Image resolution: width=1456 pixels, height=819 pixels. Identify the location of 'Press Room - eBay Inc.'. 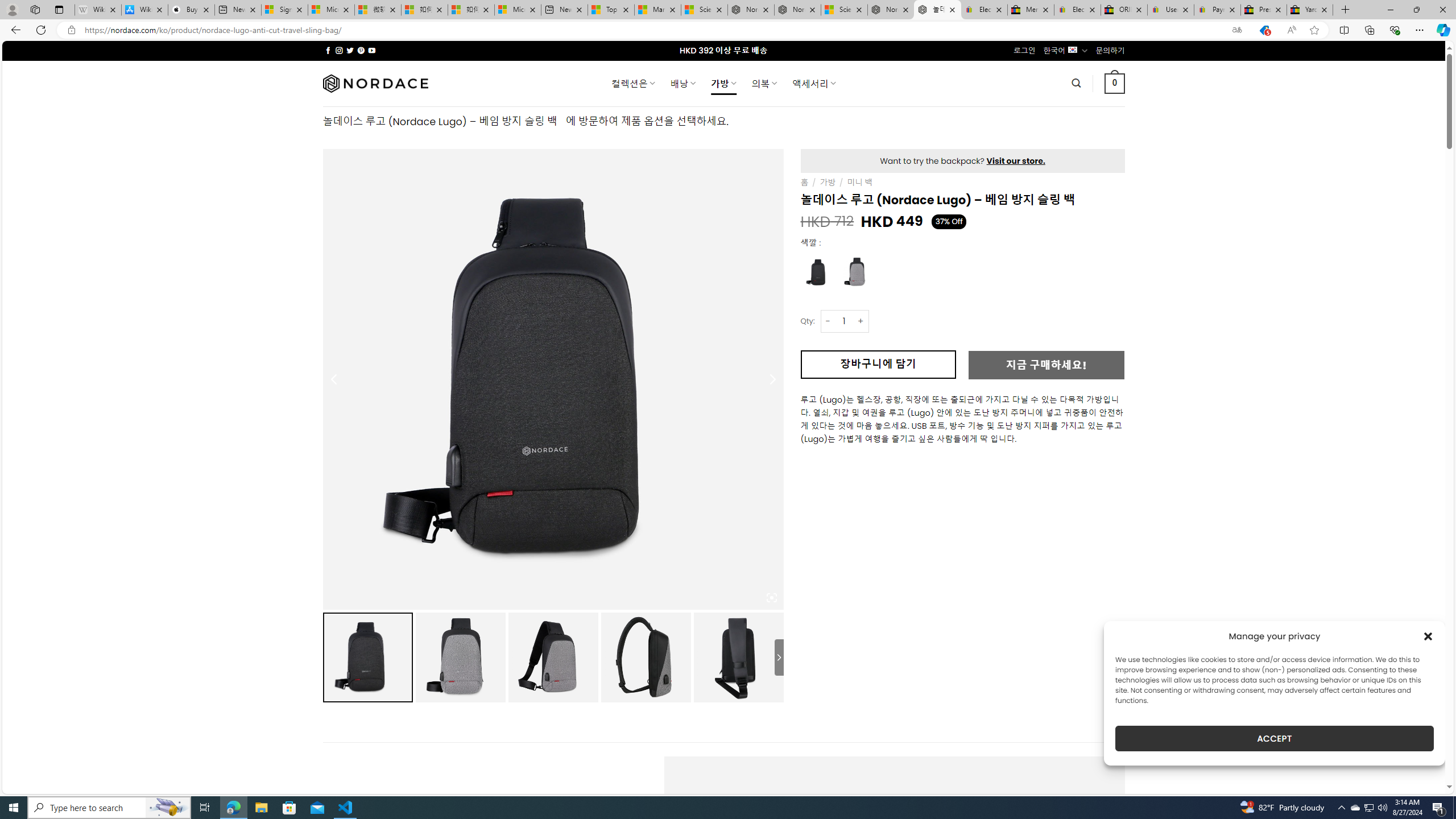
(1263, 9).